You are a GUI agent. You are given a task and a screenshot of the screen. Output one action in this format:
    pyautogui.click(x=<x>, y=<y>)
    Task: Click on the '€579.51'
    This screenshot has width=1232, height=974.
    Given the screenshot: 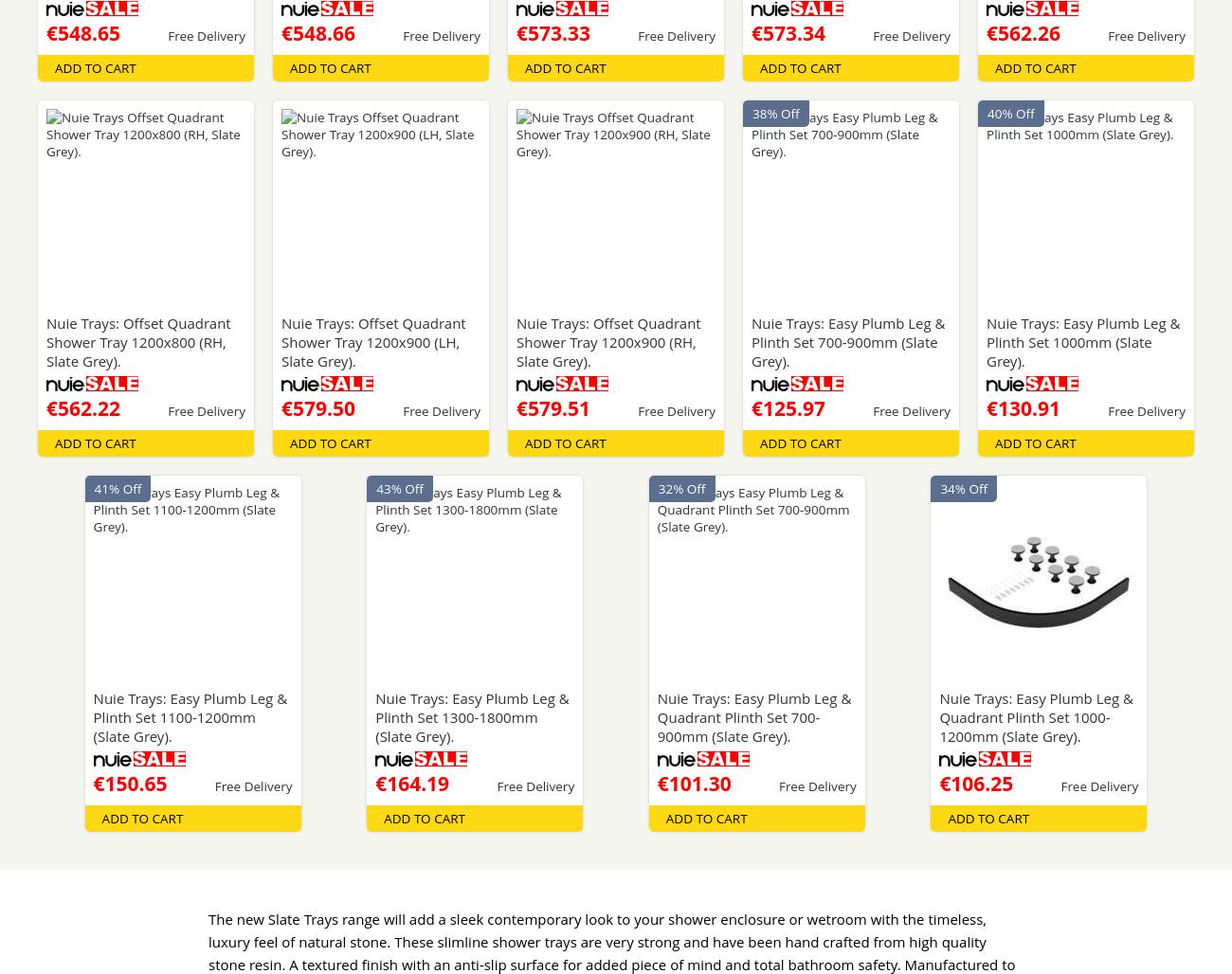 What is the action you would take?
    pyautogui.click(x=552, y=408)
    